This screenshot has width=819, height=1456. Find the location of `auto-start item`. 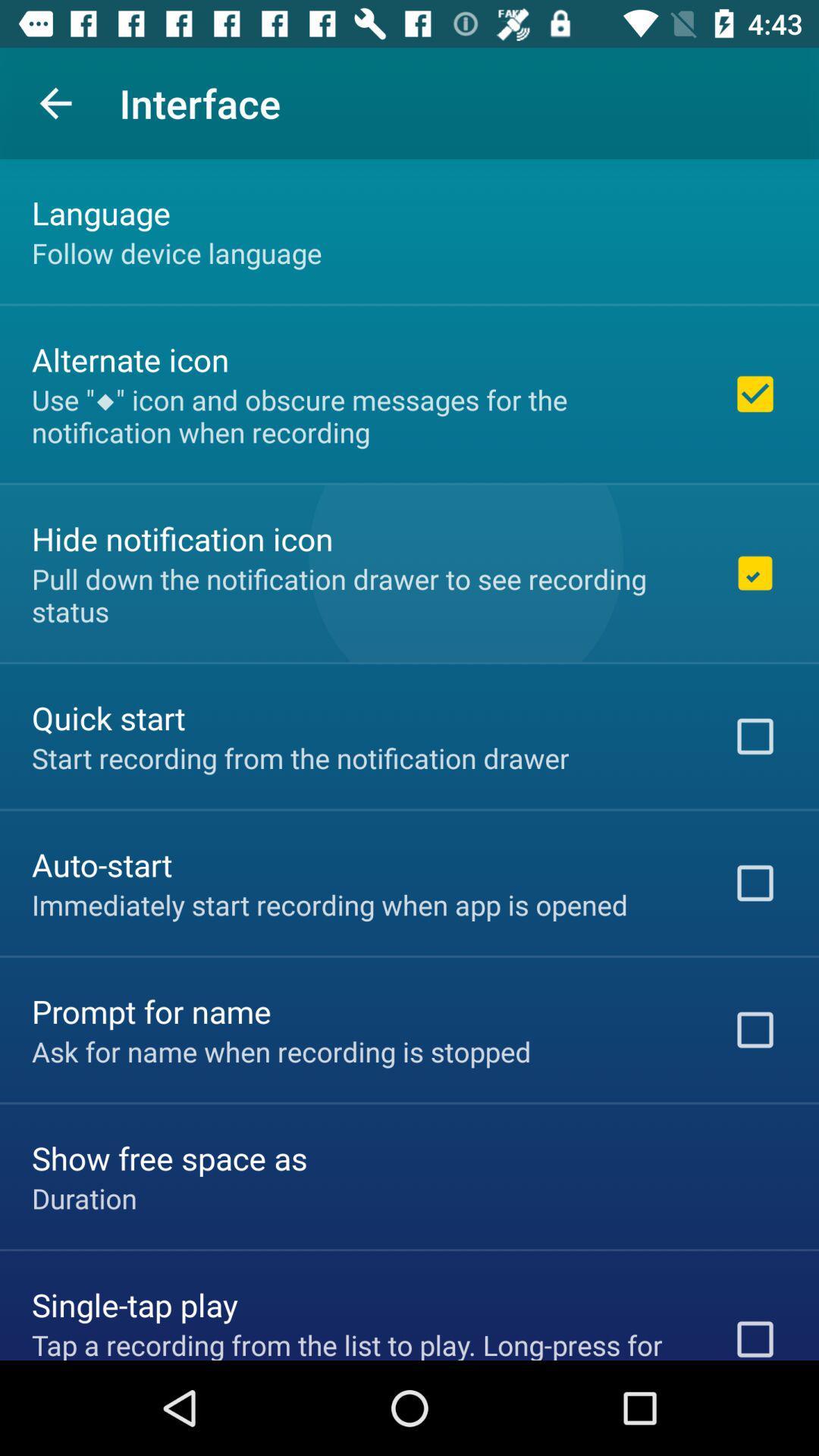

auto-start item is located at coordinates (102, 864).